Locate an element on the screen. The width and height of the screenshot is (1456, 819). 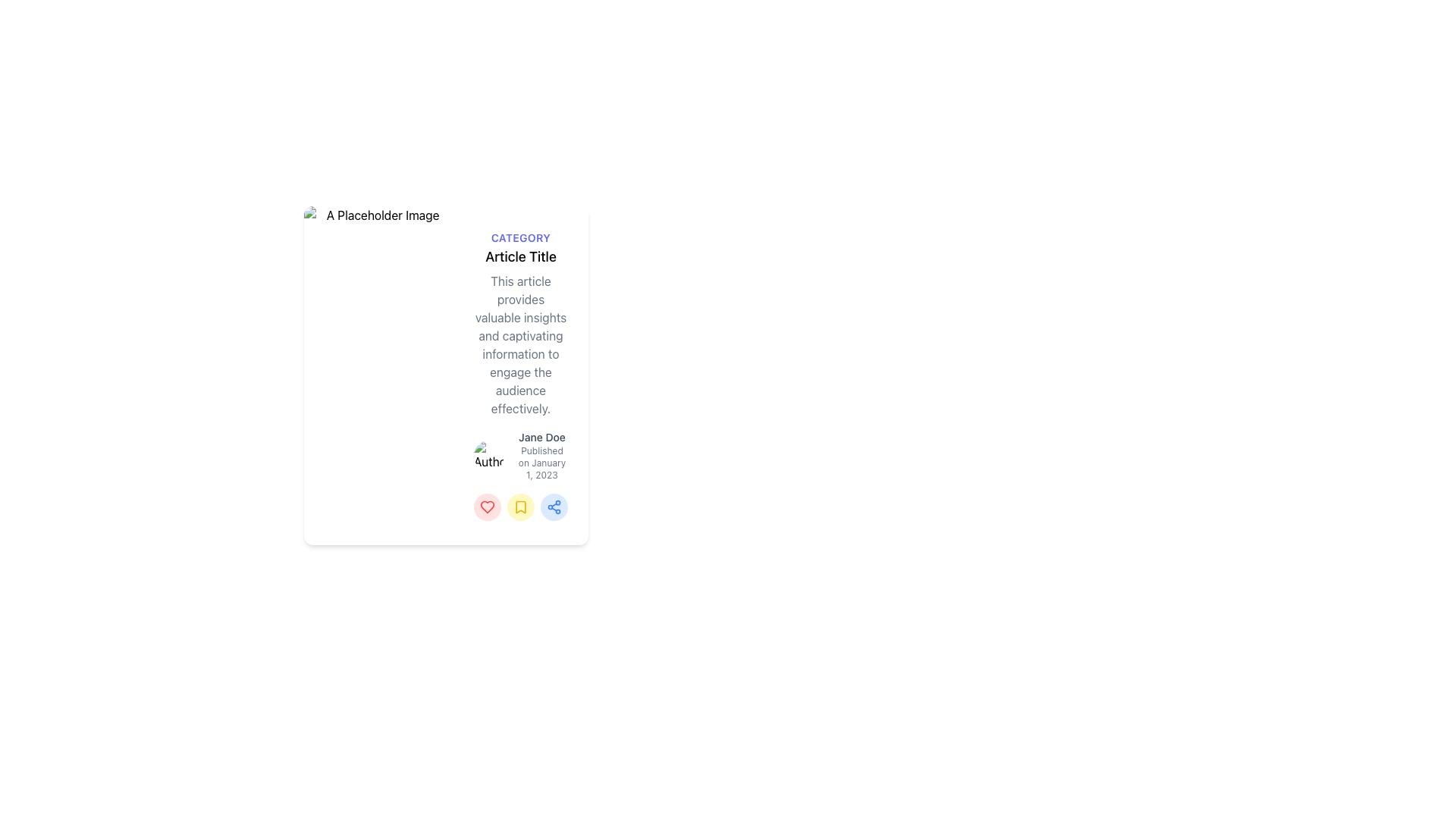
the Share icon within the circular button located at the bottom-right corner of the article card is located at coordinates (553, 507).